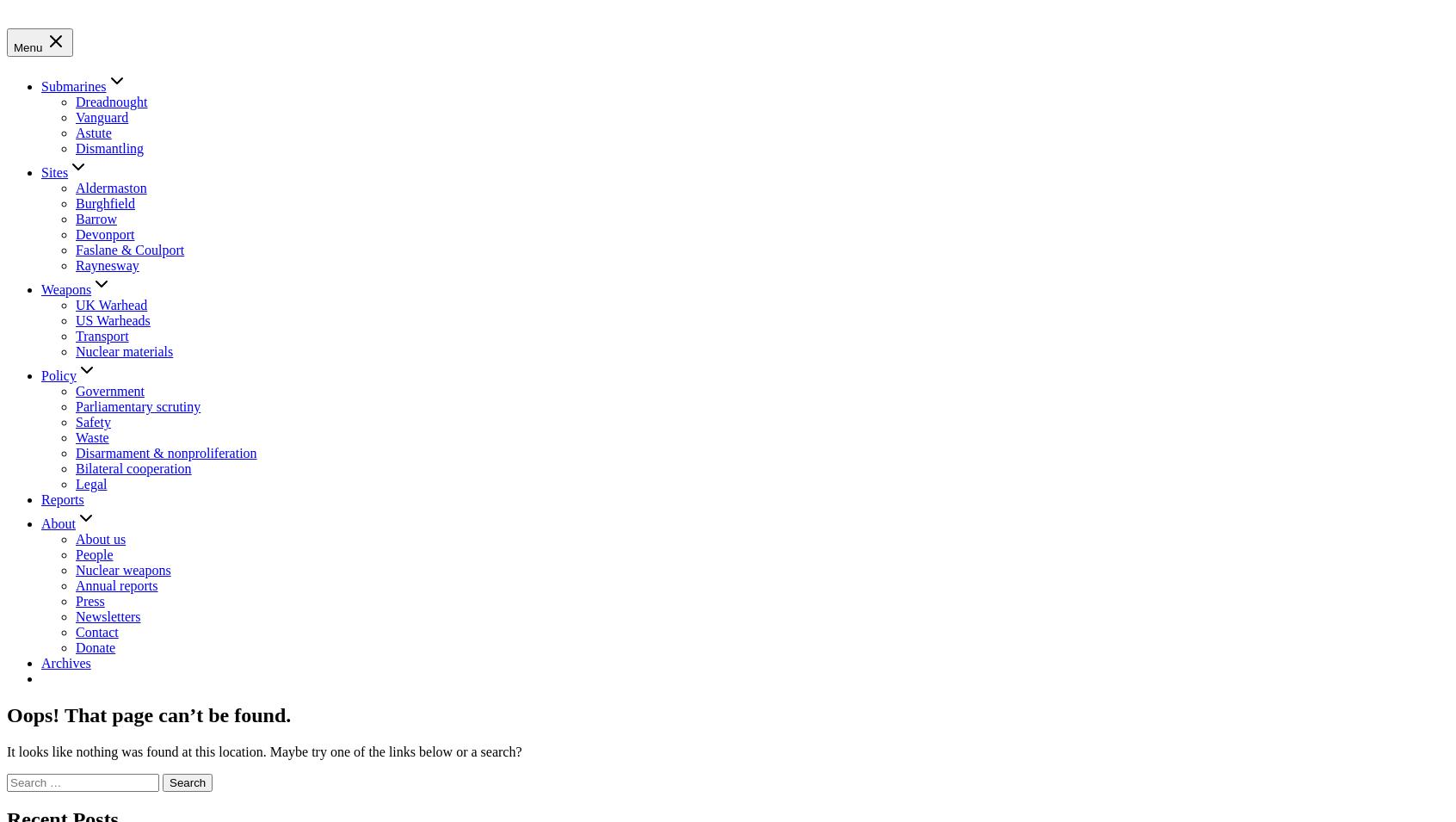 The height and width of the screenshot is (822, 1456). What do you see at coordinates (90, 483) in the screenshot?
I see `'Legal'` at bounding box center [90, 483].